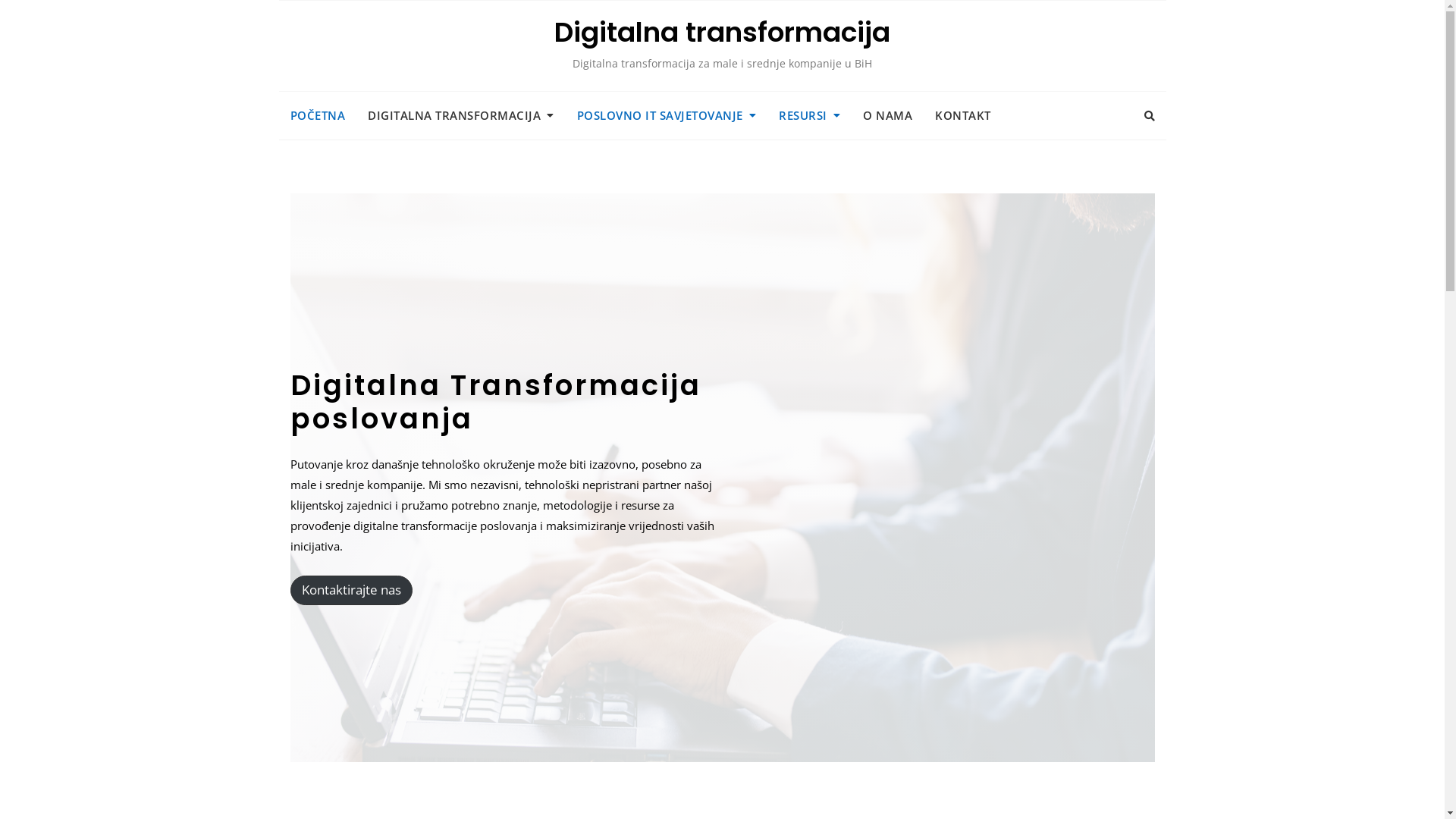 This screenshot has height=819, width=1456. What do you see at coordinates (553, 32) in the screenshot?
I see `'Digitalna transformacija'` at bounding box center [553, 32].